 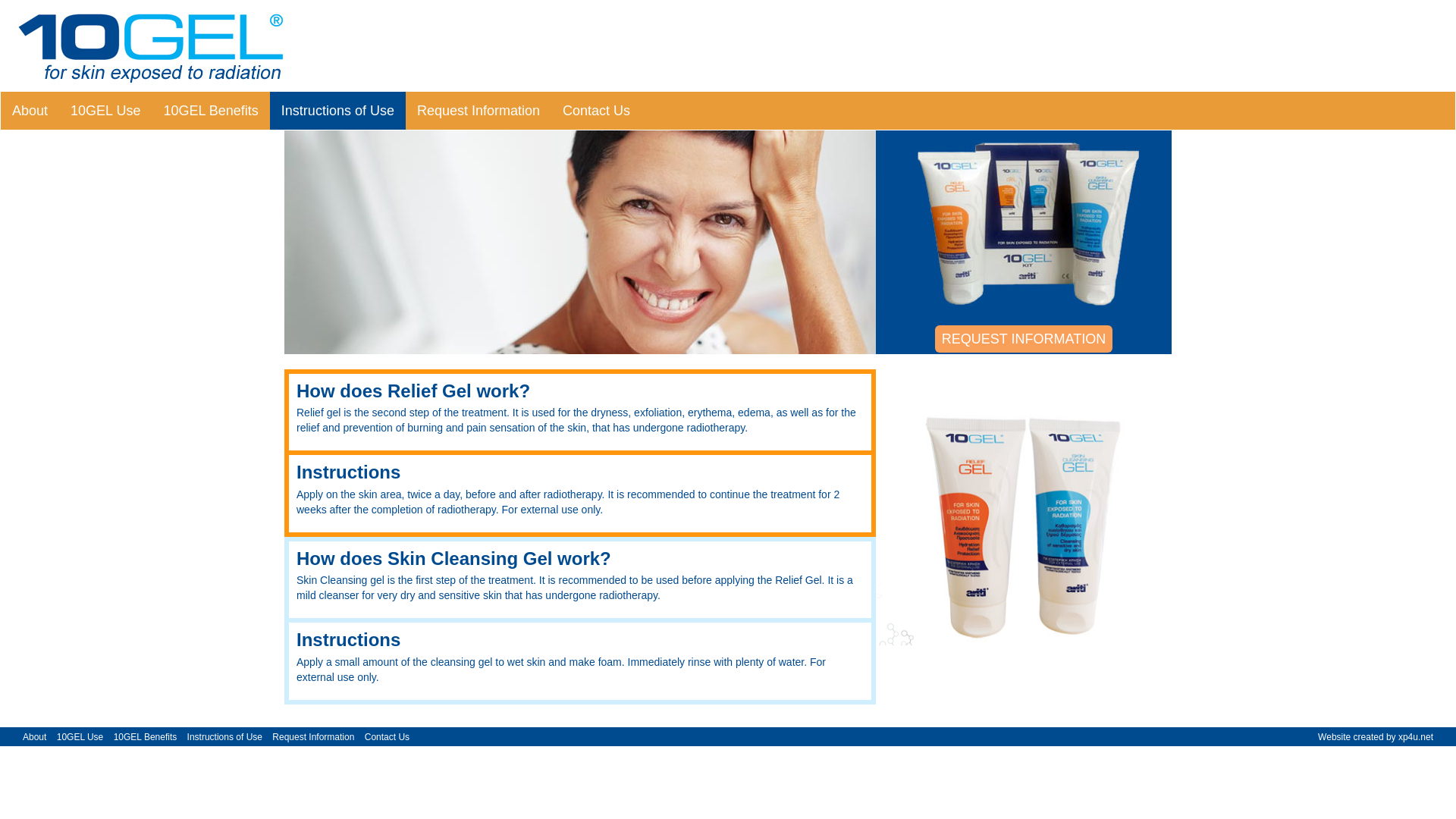 I want to click on '10GEL Use', so click(x=79, y=736).